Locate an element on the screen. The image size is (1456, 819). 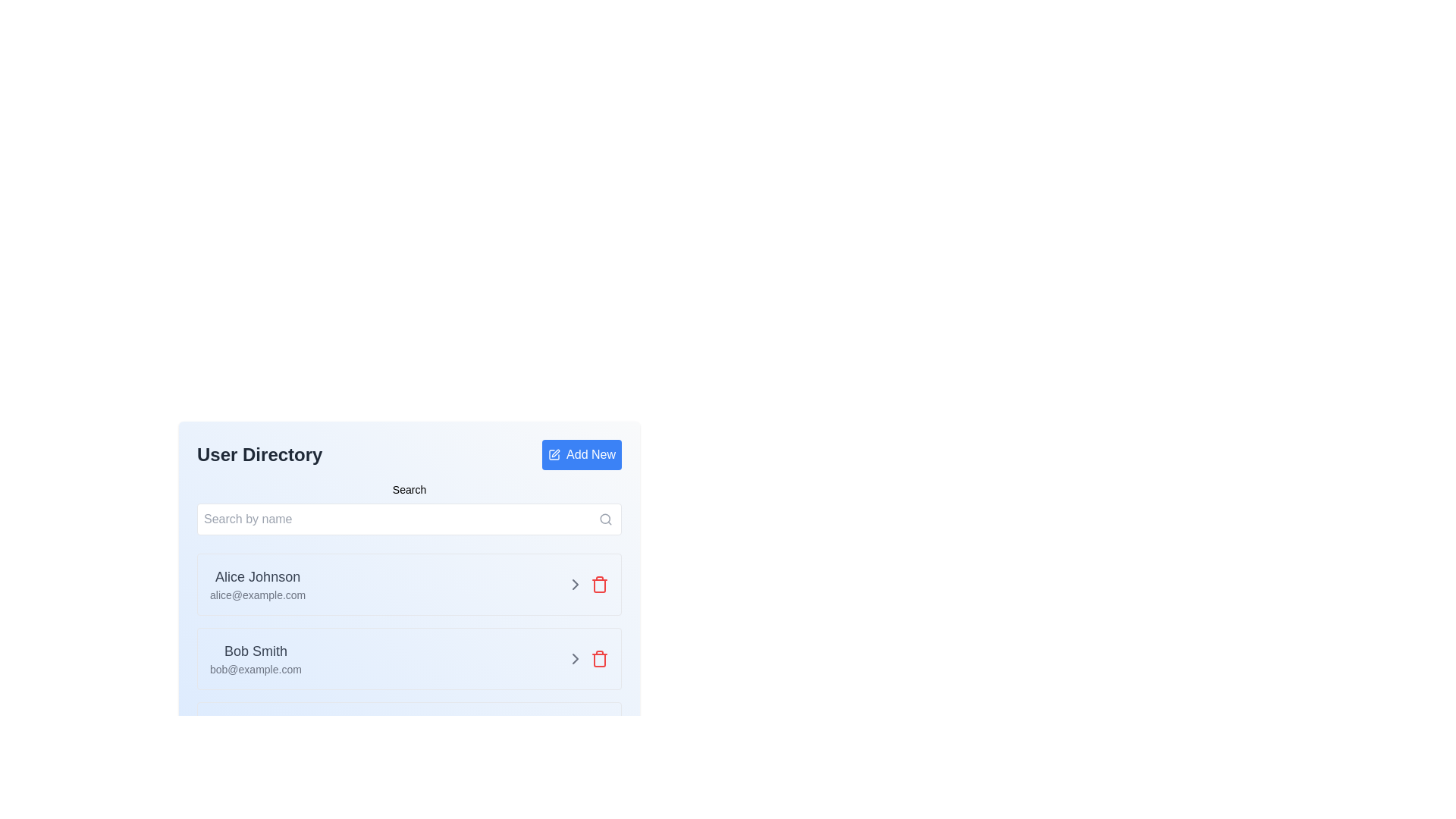
the text label displaying 'Alice Johnson', which is a large, medium bold, gray-colored label located in the first row of the user list is located at coordinates (258, 576).